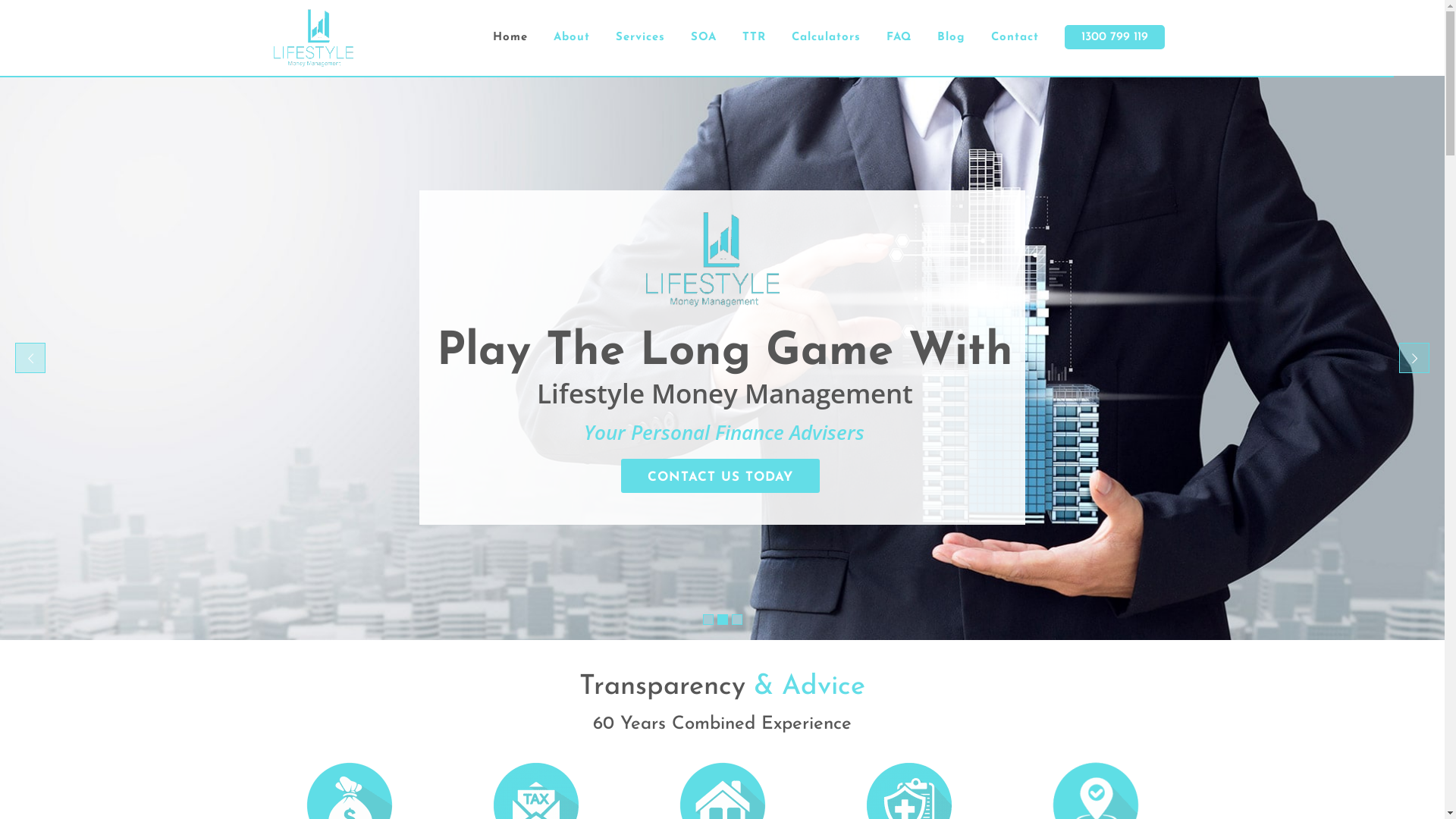  What do you see at coordinates (702, 37) in the screenshot?
I see `'SOA'` at bounding box center [702, 37].